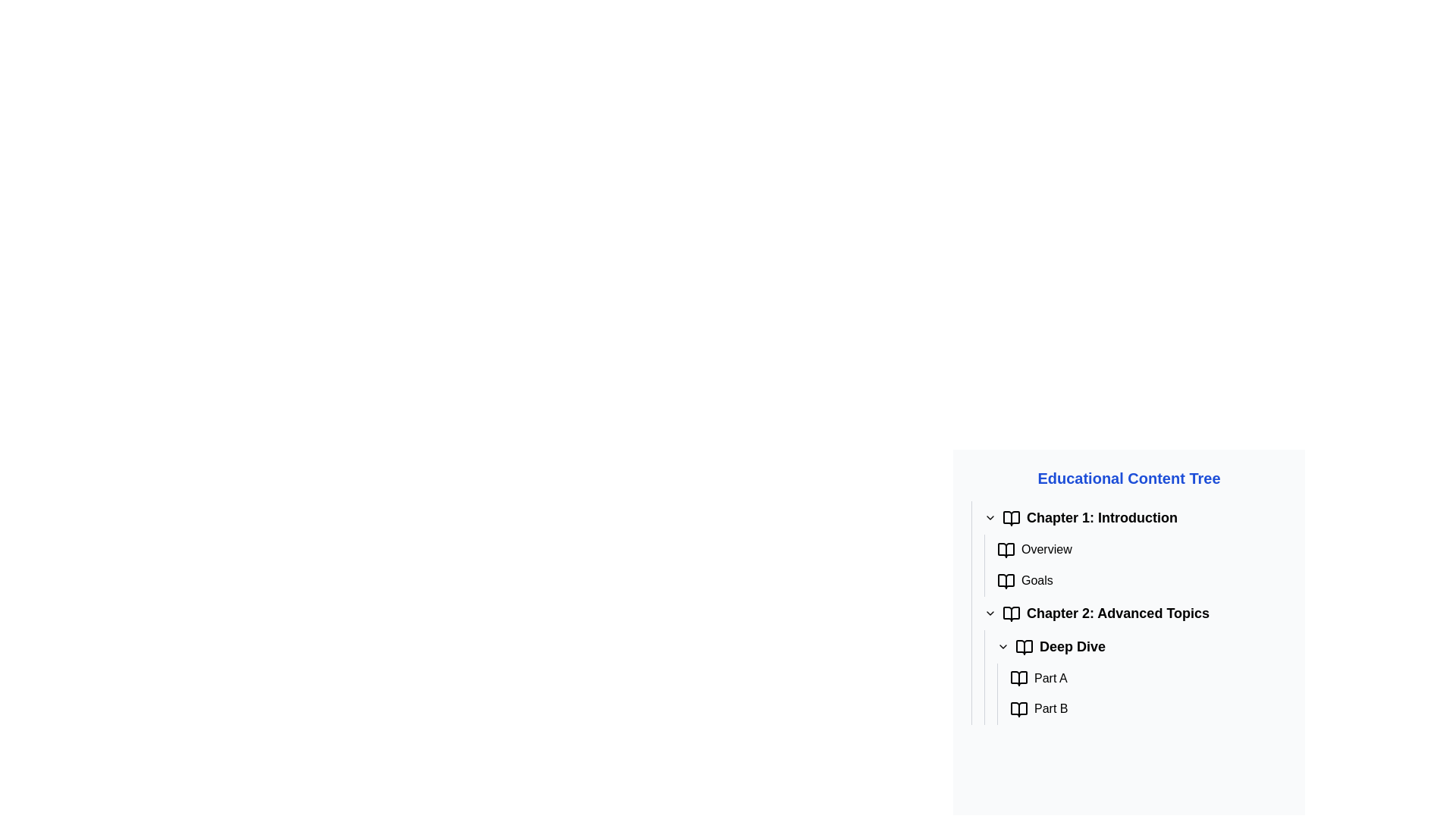 The image size is (1456, 819). I want to click on the Toggle icon (downward chevron) located at the leftmost side of the row for 'Chapter 1: Introduction', so click(990, 516).